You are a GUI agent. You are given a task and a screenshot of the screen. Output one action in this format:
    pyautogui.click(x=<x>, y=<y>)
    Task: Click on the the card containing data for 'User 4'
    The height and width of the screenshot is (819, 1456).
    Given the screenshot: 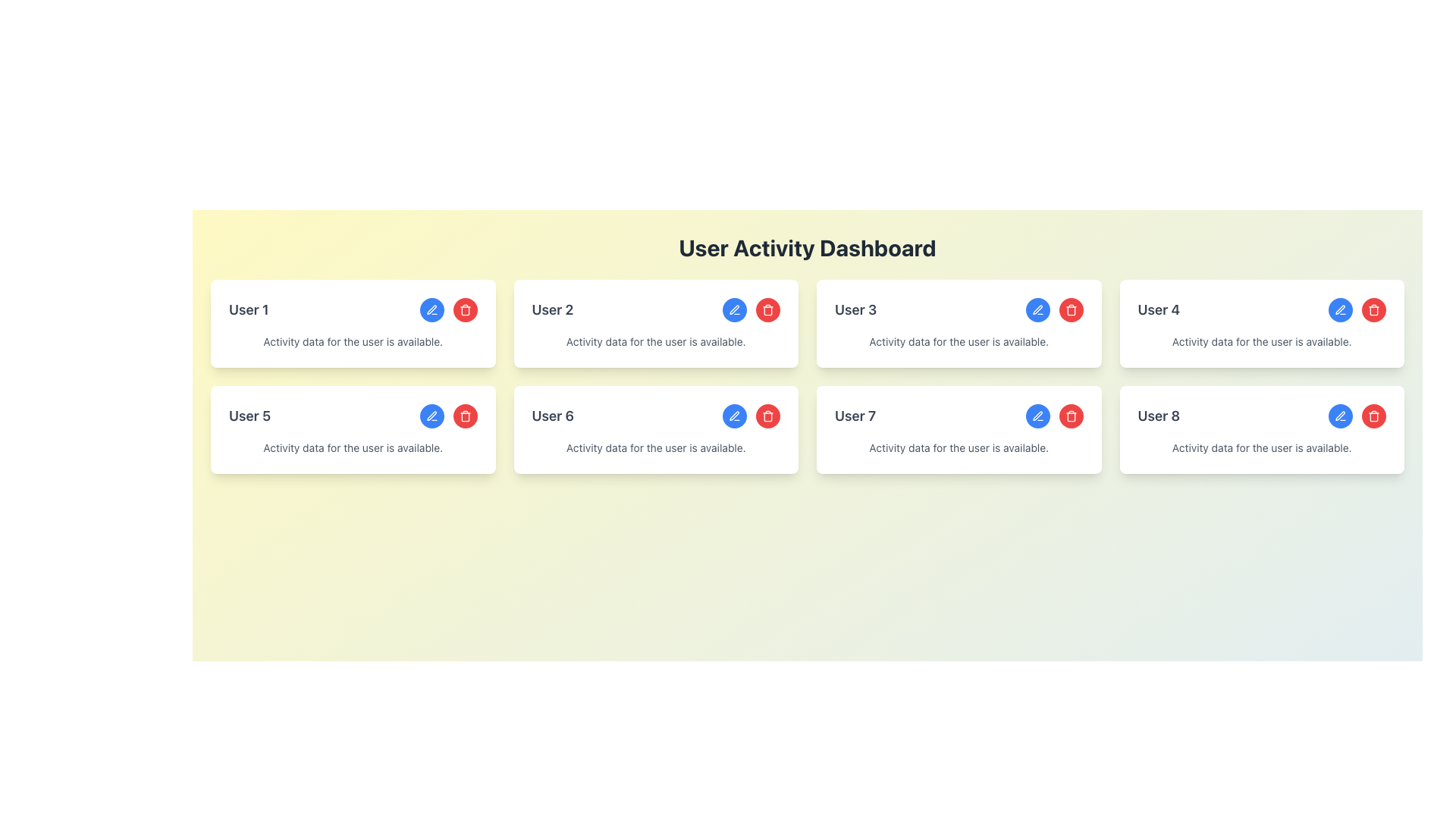 What is the action you would take?
    pyautogui.click(x=1262, y=323)
    